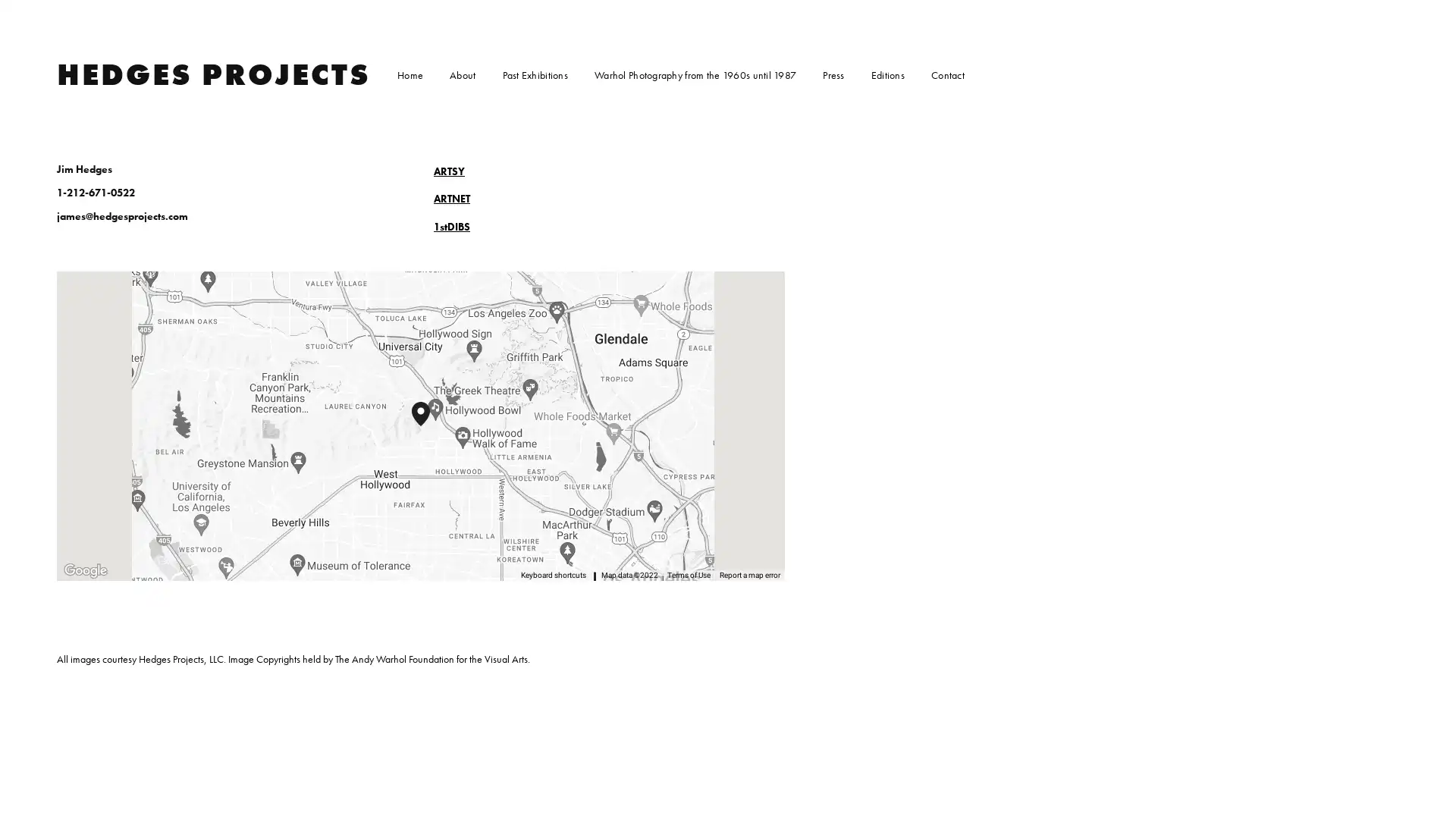 Image resolution: width=1456 pixels, height=819 pixels. Describe the element at coordinates (559, 576) in the screenshot. I see `Keyboard shortcuts` at that location.